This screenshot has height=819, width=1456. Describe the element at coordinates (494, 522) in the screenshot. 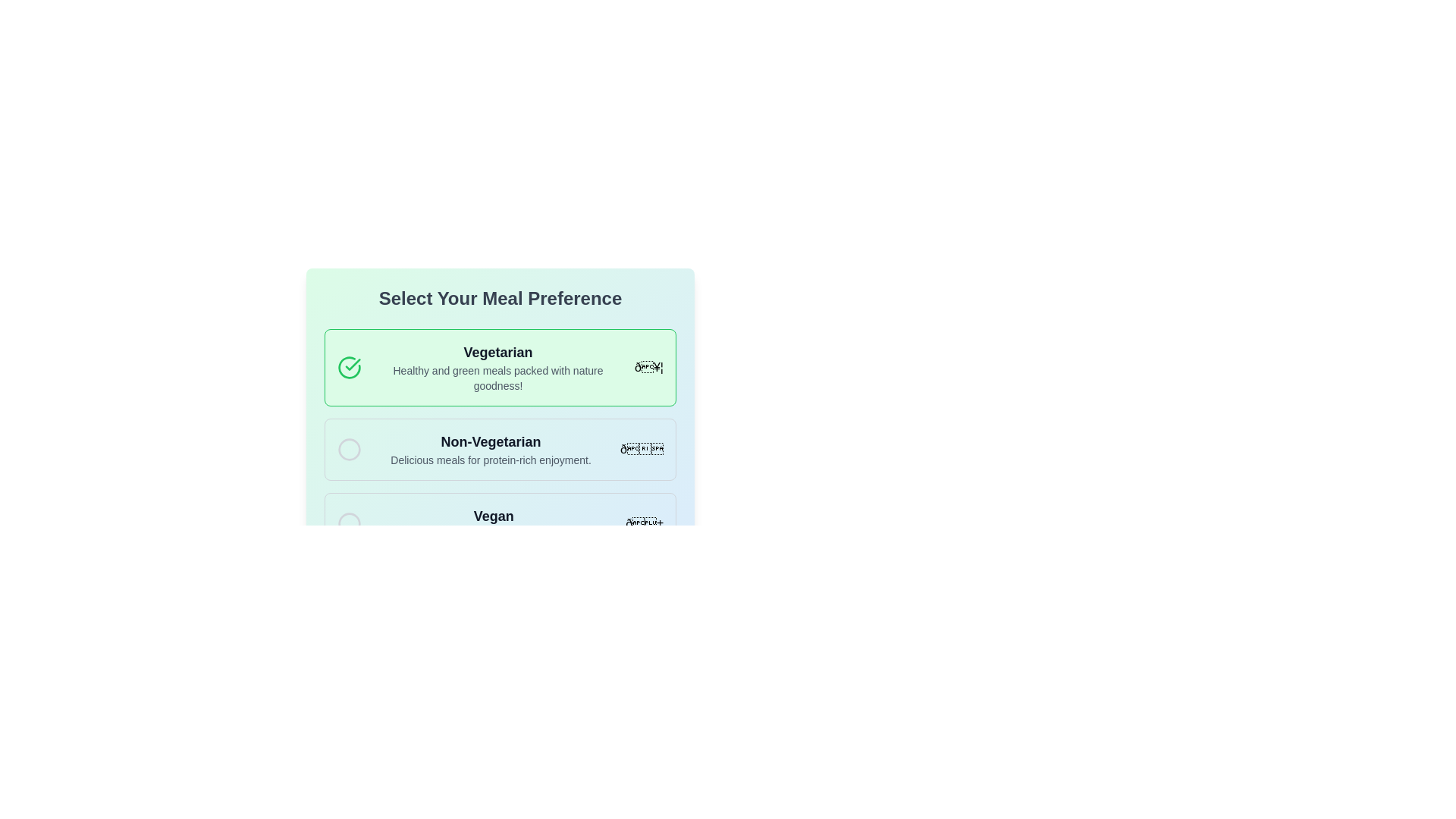

I see `text block displaying 'Vegan' and its supplementary text 'Plant-based meals for conscious eating.' located in the third option of the meal preference choices` at that location.